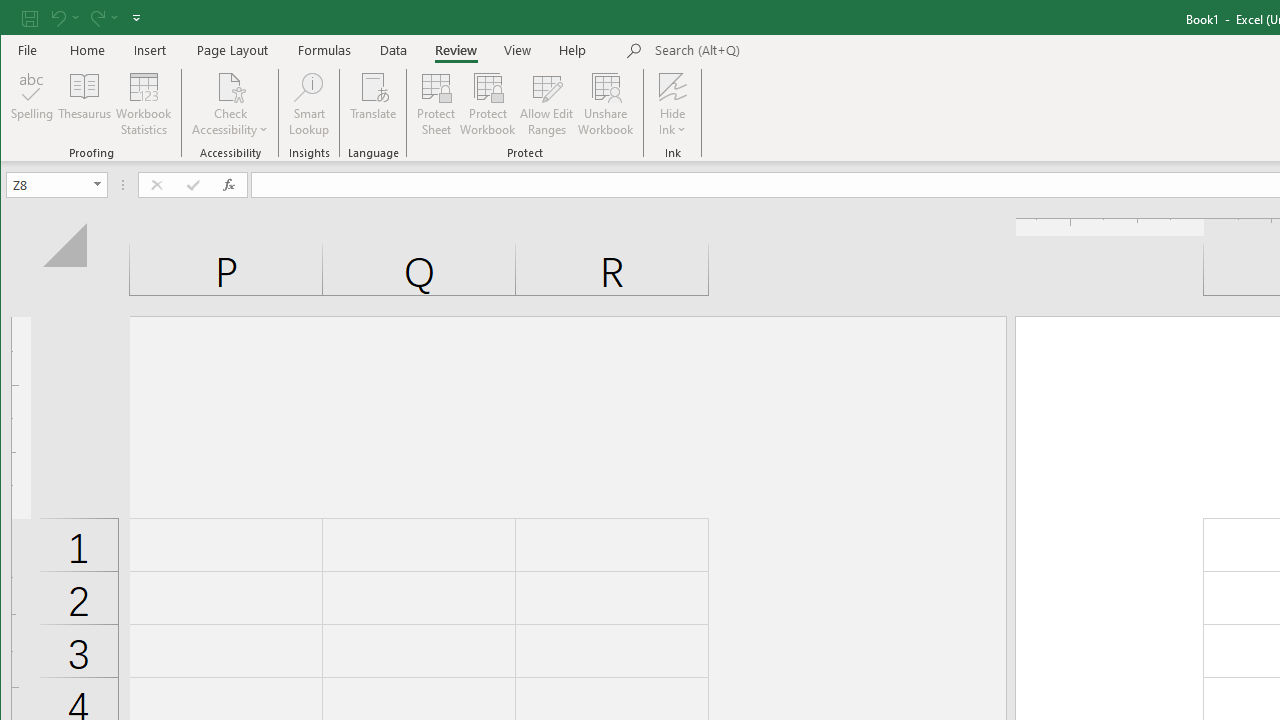 The image size is (1280, 720). What do you see at coordinates (325, 49) in the screenshot?
I see `'Formulas'` at bounding box center [325, 49].